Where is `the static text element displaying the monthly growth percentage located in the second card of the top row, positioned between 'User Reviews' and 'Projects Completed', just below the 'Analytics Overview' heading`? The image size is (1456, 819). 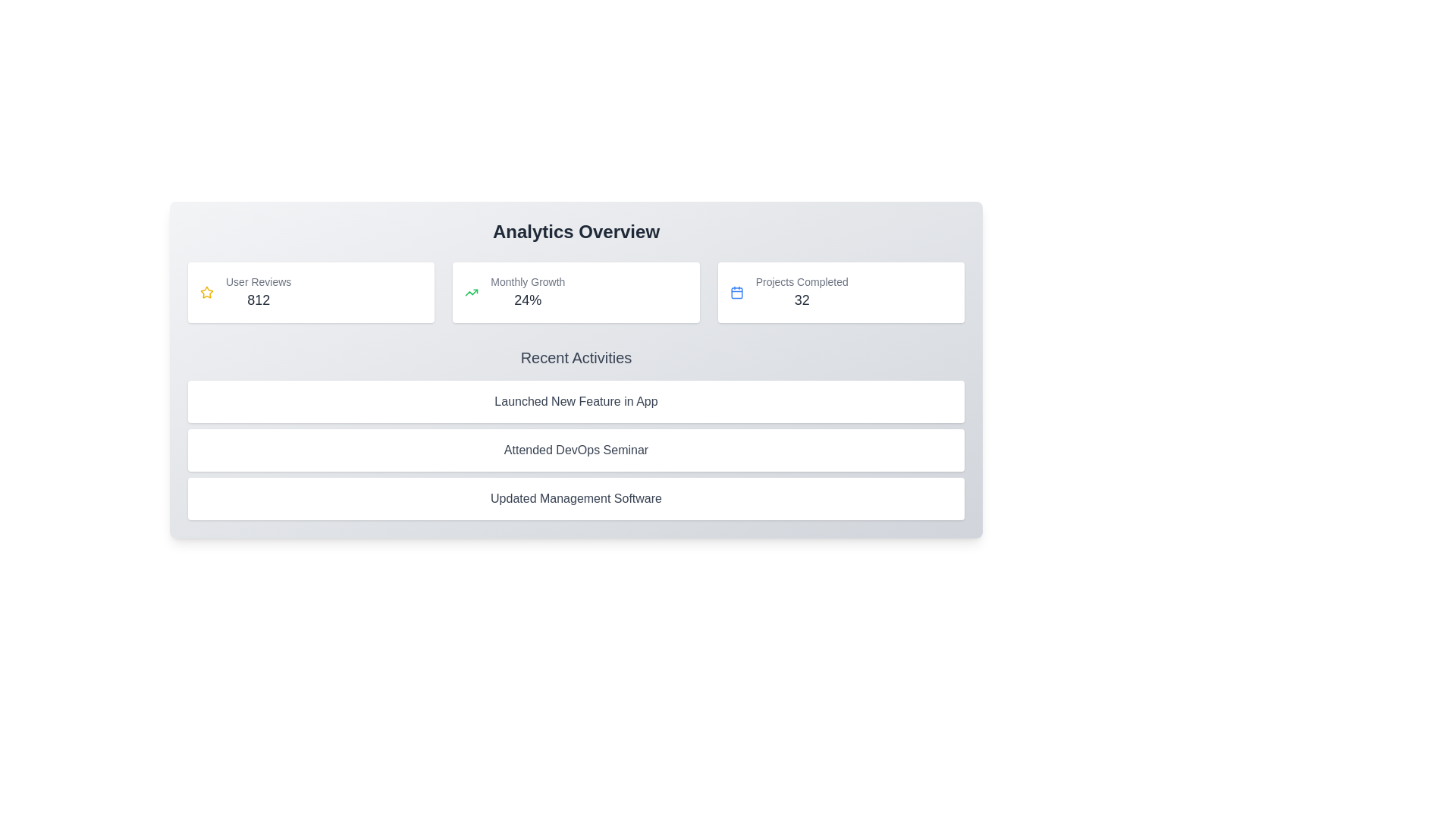
the static text element displaying the monthly growth percentage located in the second card of the top row, positioned between 'User Reviews' and 'Projects Completed', just below the 'Analytics Overview' heading is located at coordinates (528, 292).